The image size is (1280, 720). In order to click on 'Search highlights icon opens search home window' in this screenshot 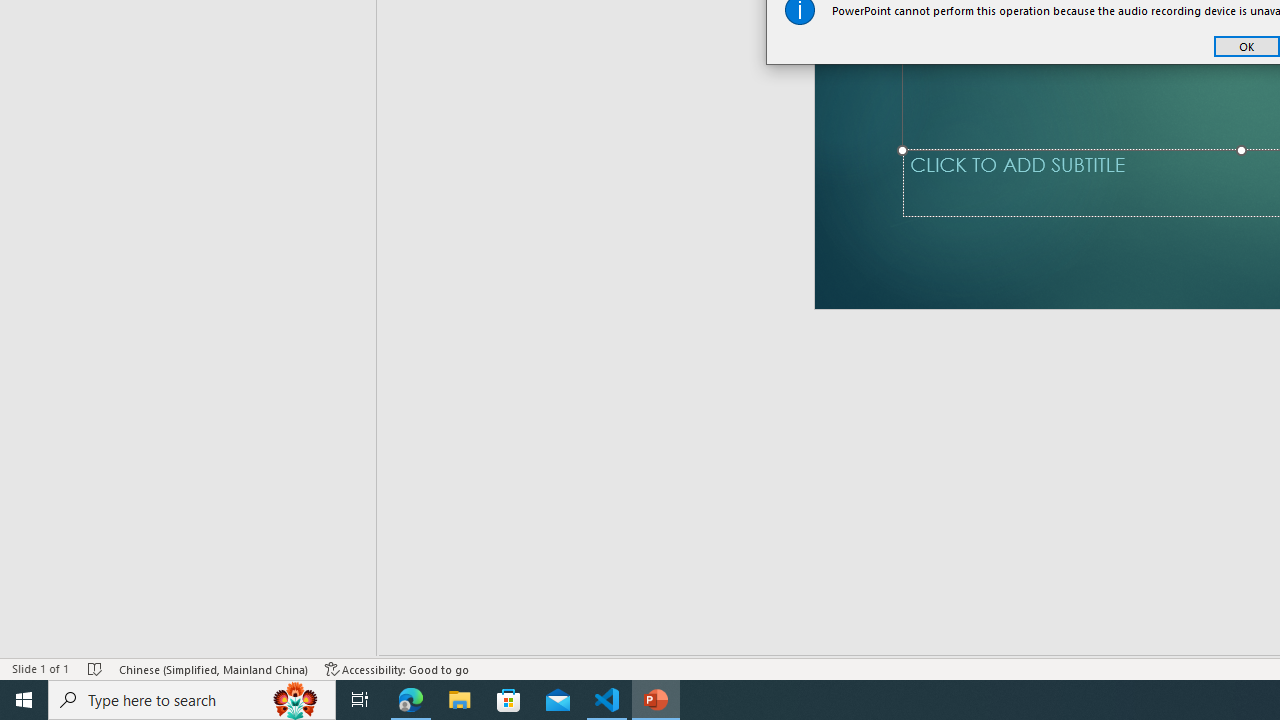, I will do `click(294, 698)`.